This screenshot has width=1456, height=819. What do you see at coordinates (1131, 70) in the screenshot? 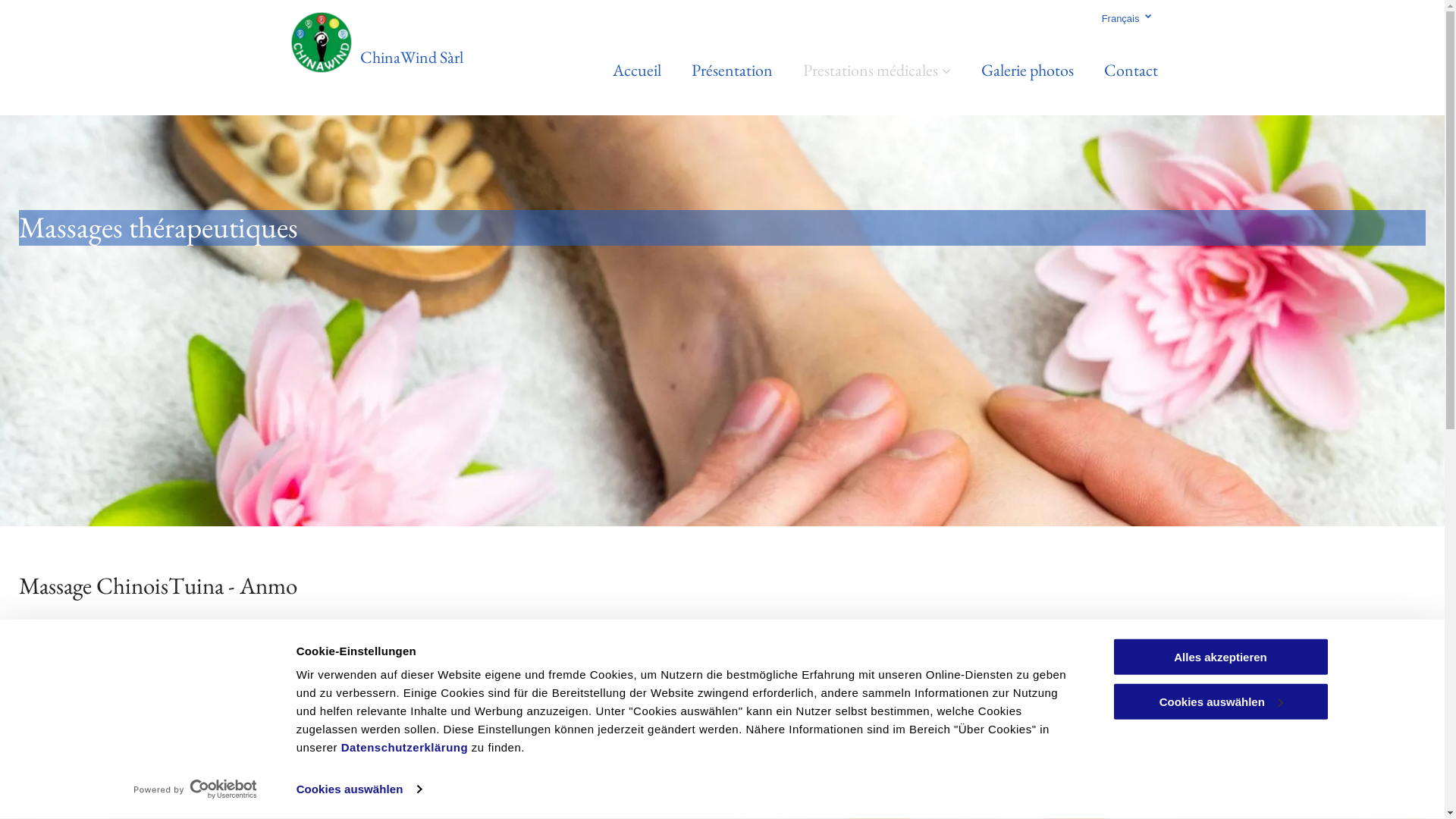
I see `'Contact'` at bounding box center [1131, 70].